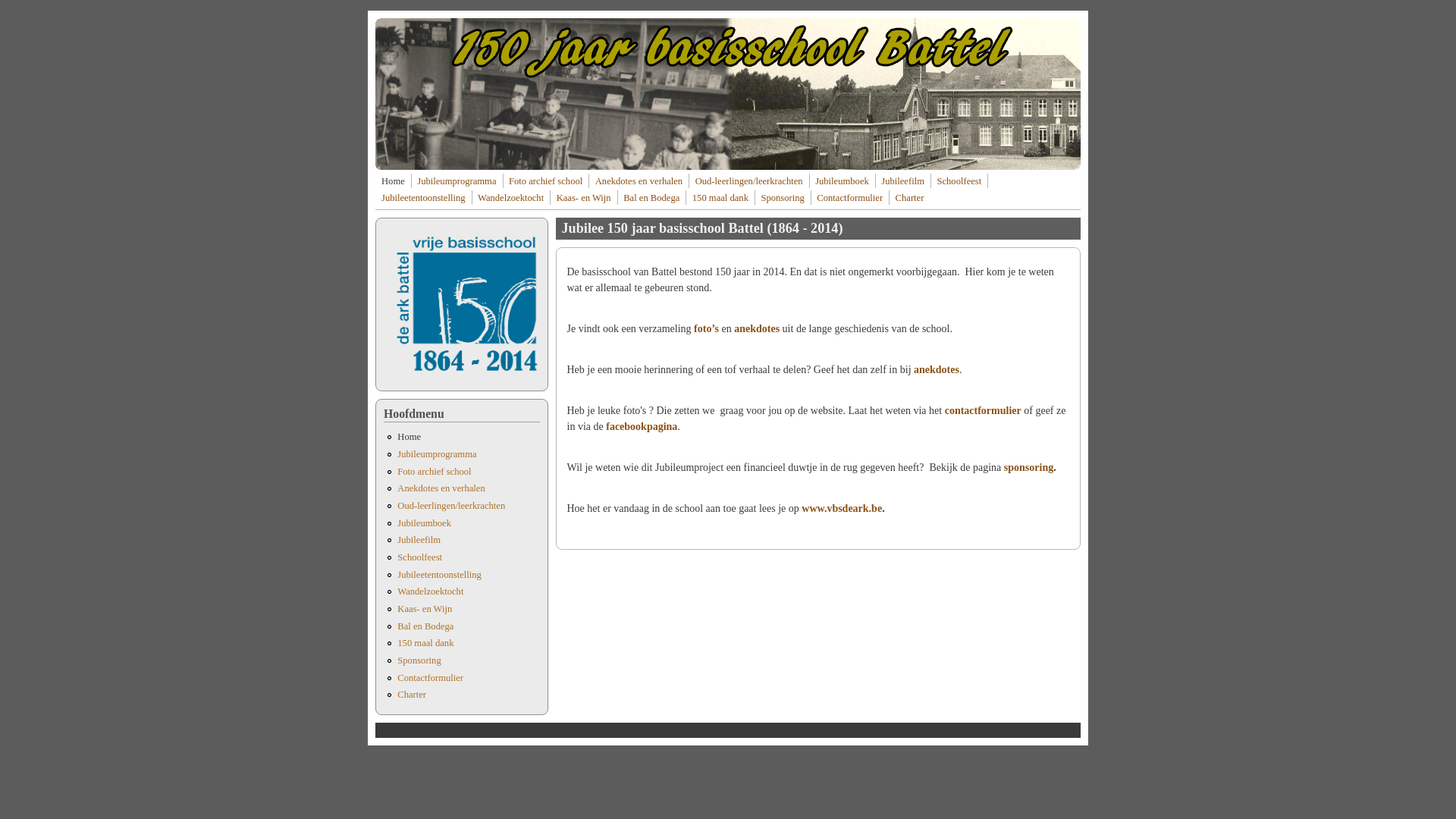 This screenshot has height=819, width=1456. What do you see at coordinates (757, 197) in the screenshot?
I see `'Sponsoring'` at bounding box center [757, 197].